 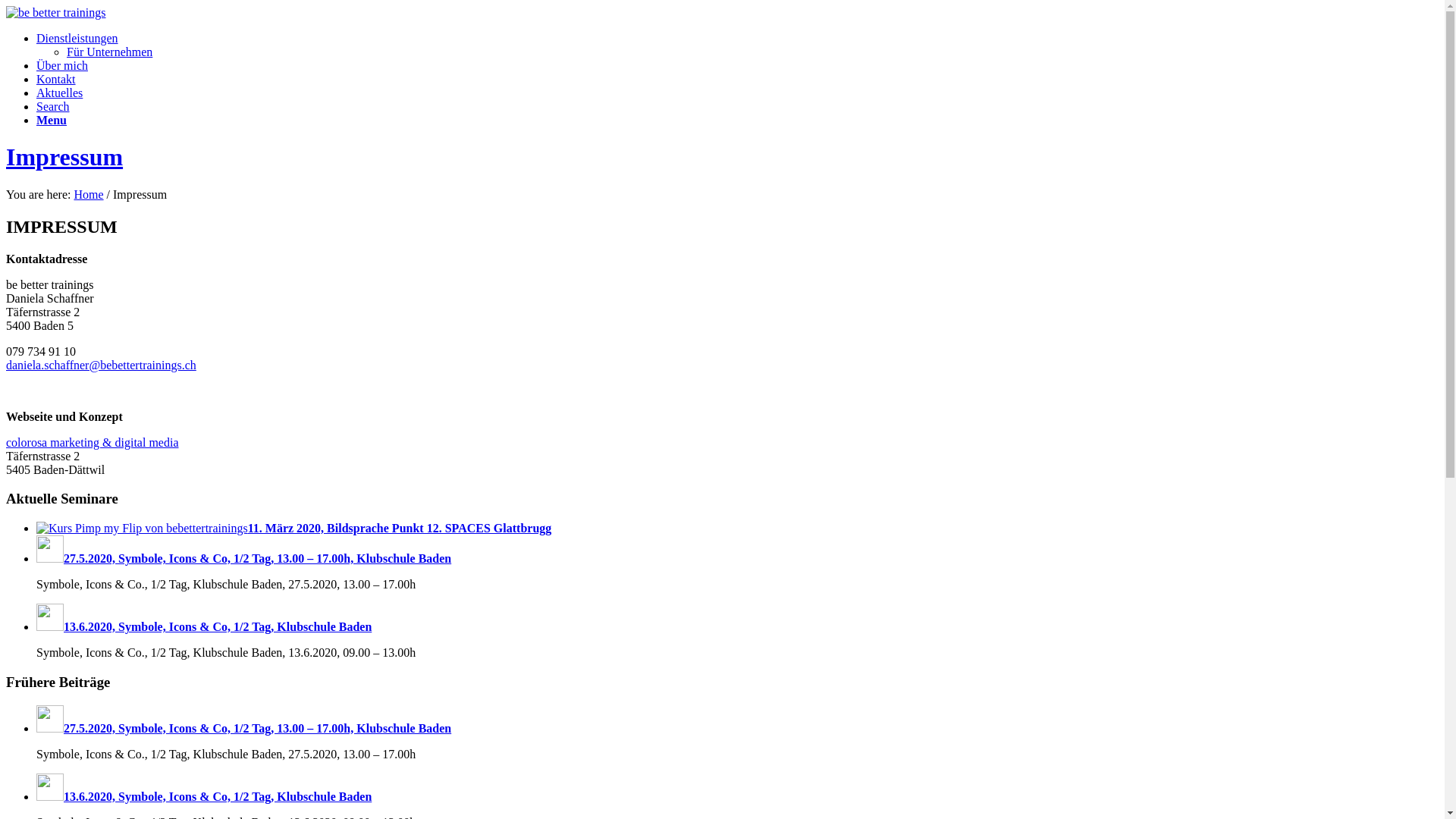 I want to click on '13.6.2020, Symbole, Icons & Co, 1/2 Tag, Klubschule Baden', so click(x=202, y=795).